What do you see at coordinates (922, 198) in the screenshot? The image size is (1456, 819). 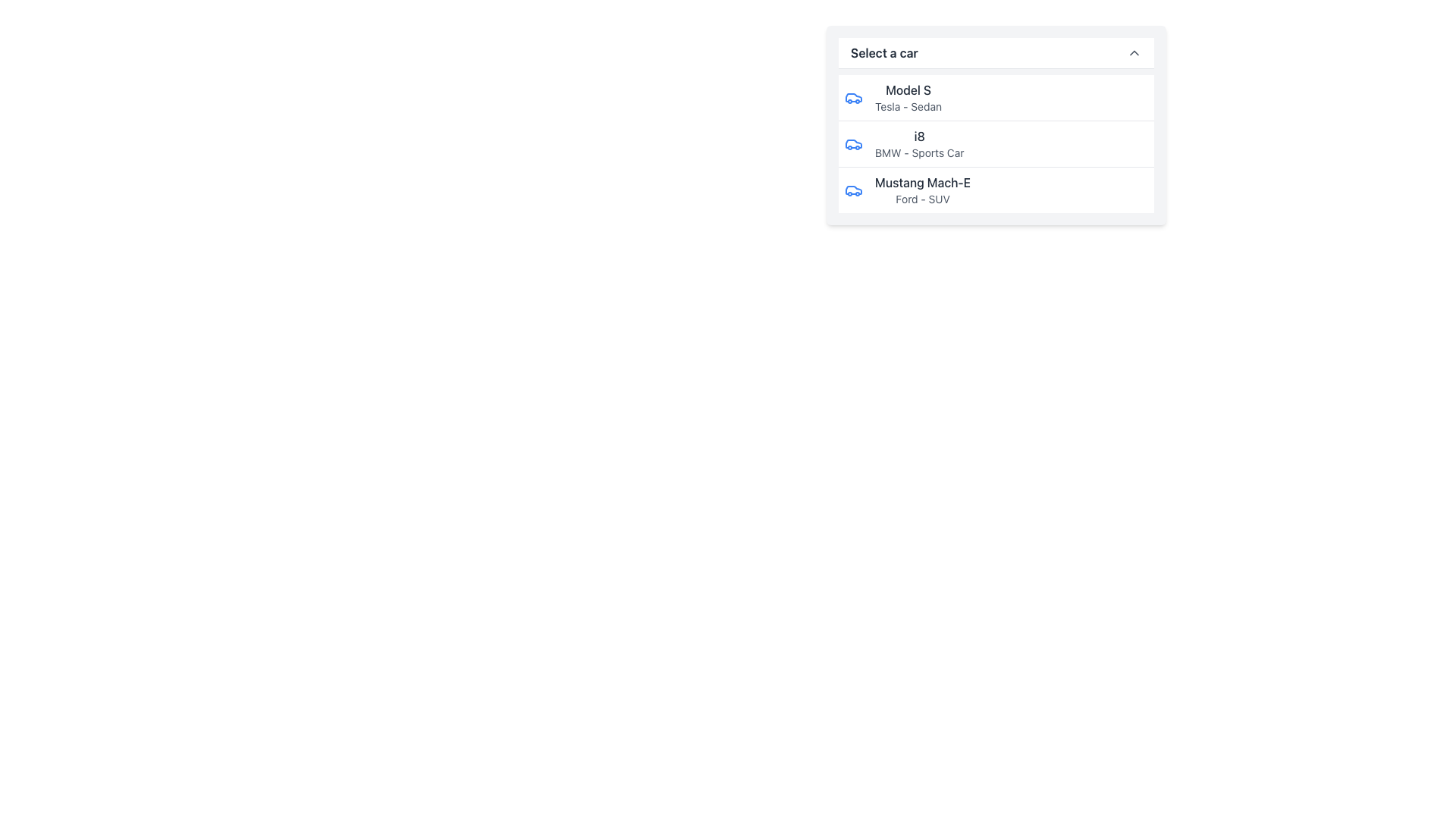 I see `the text label providing information about the car model 'Mustang Mach-E', which specifies the manufacturer and type of car ('Ford - SUV'), located immediately below the 'Mustang Mach-E' option in the dropdown menu` at bounding box center [922, 198].